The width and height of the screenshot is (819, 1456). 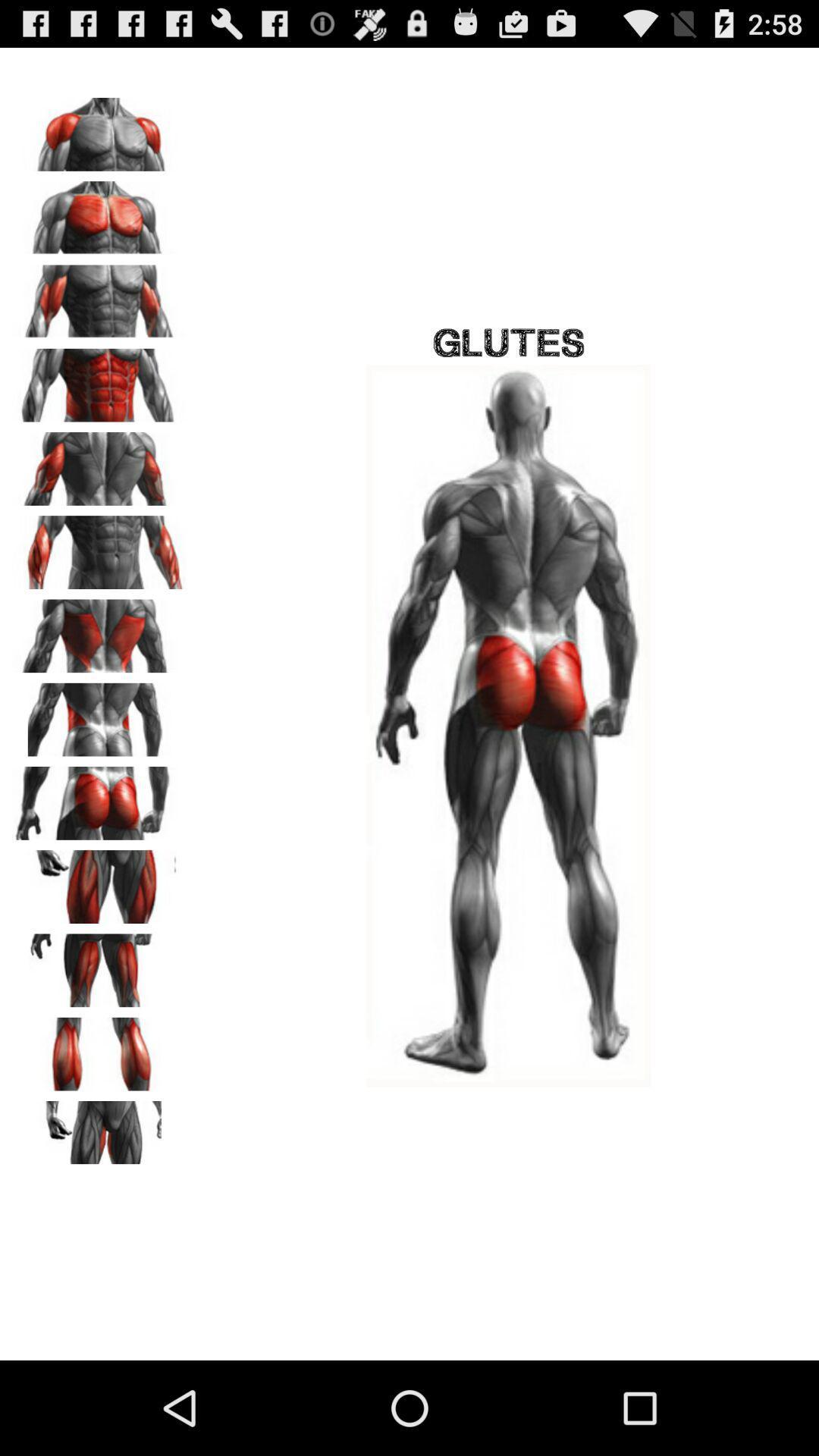 I want to click on upper arms, so click(x=99, y=463).